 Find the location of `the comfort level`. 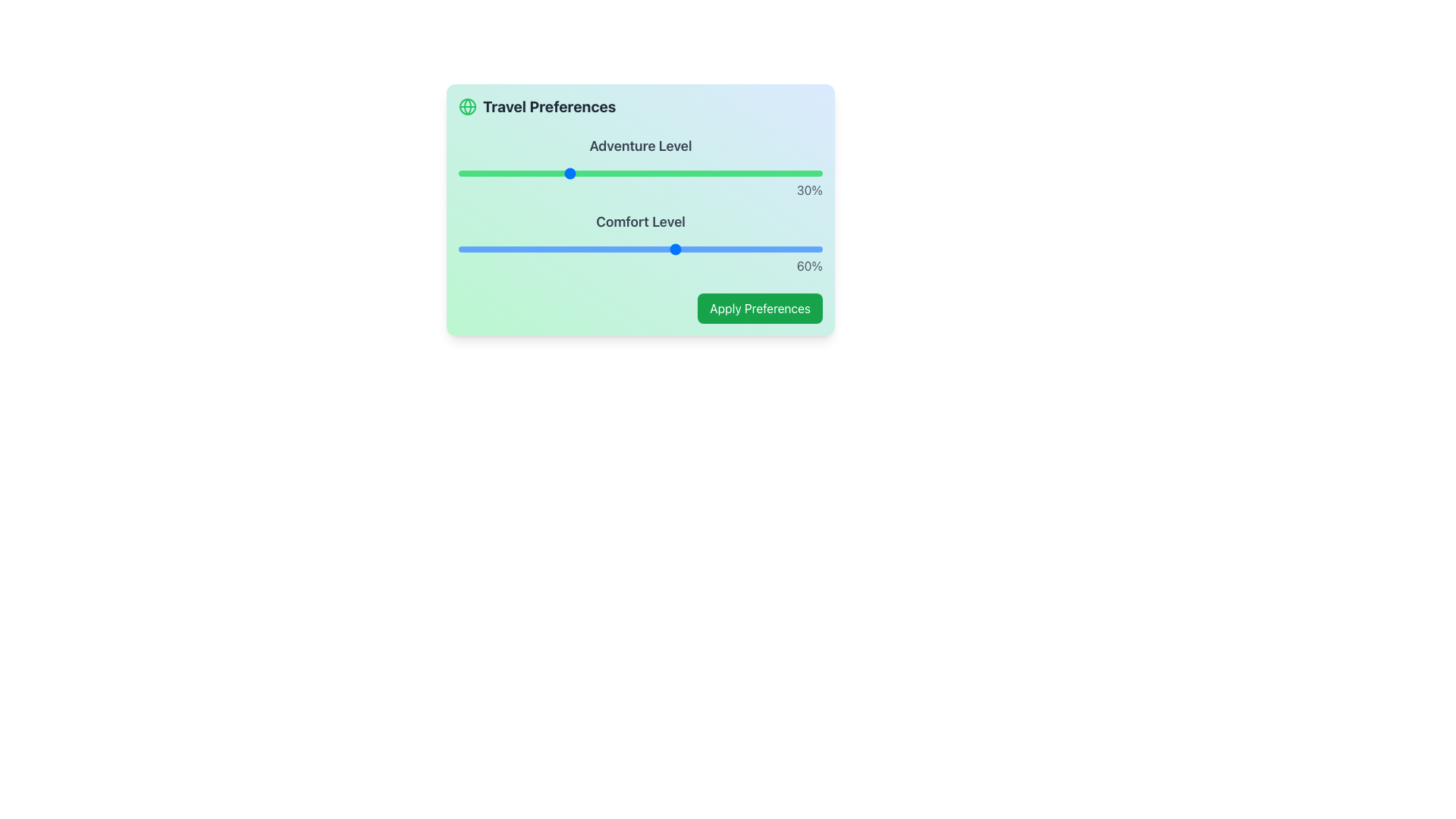

the comfort level is located at coordinates (611, 248).